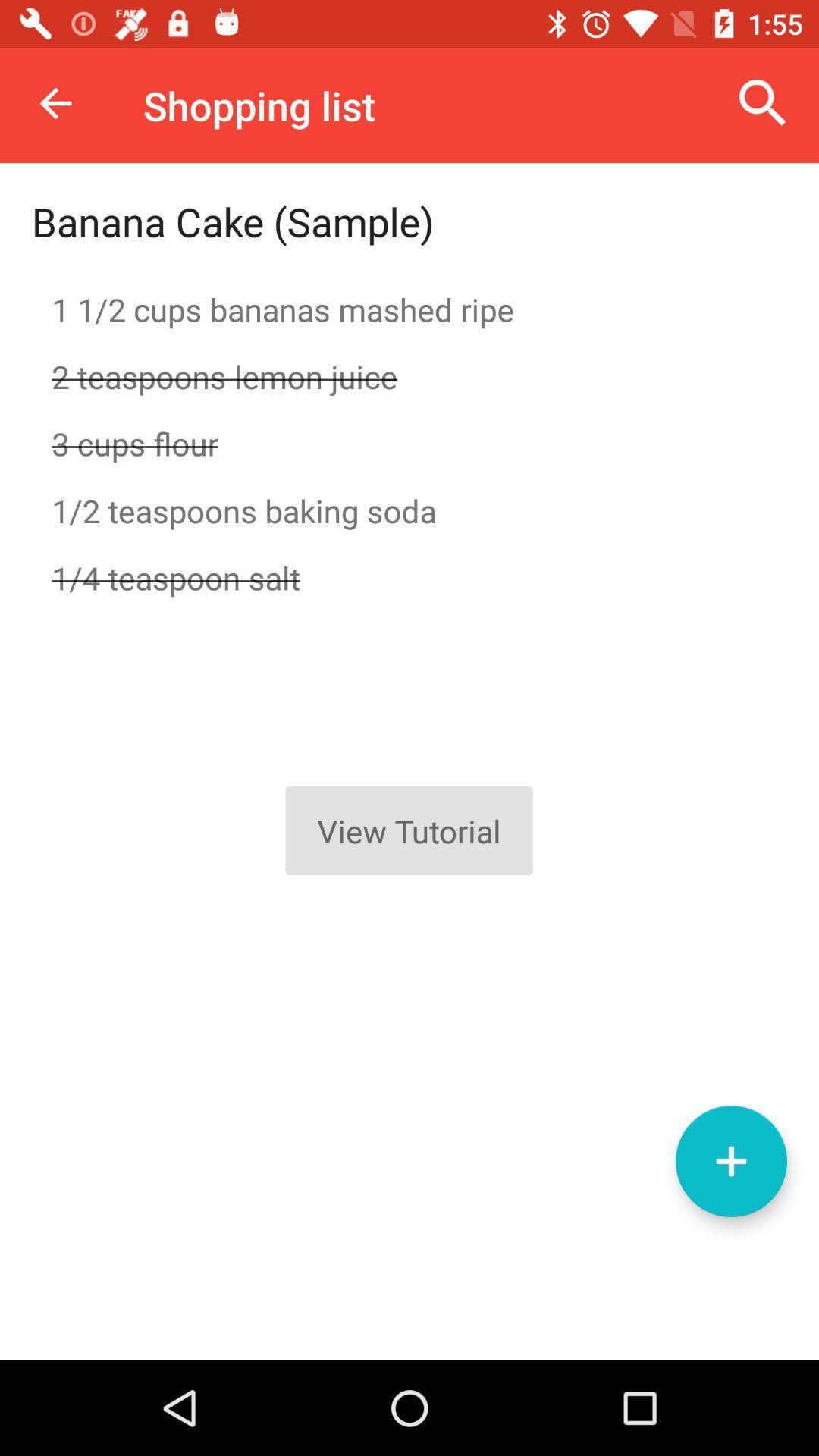  I want to click on item next to shopping list, so click(55, 102).